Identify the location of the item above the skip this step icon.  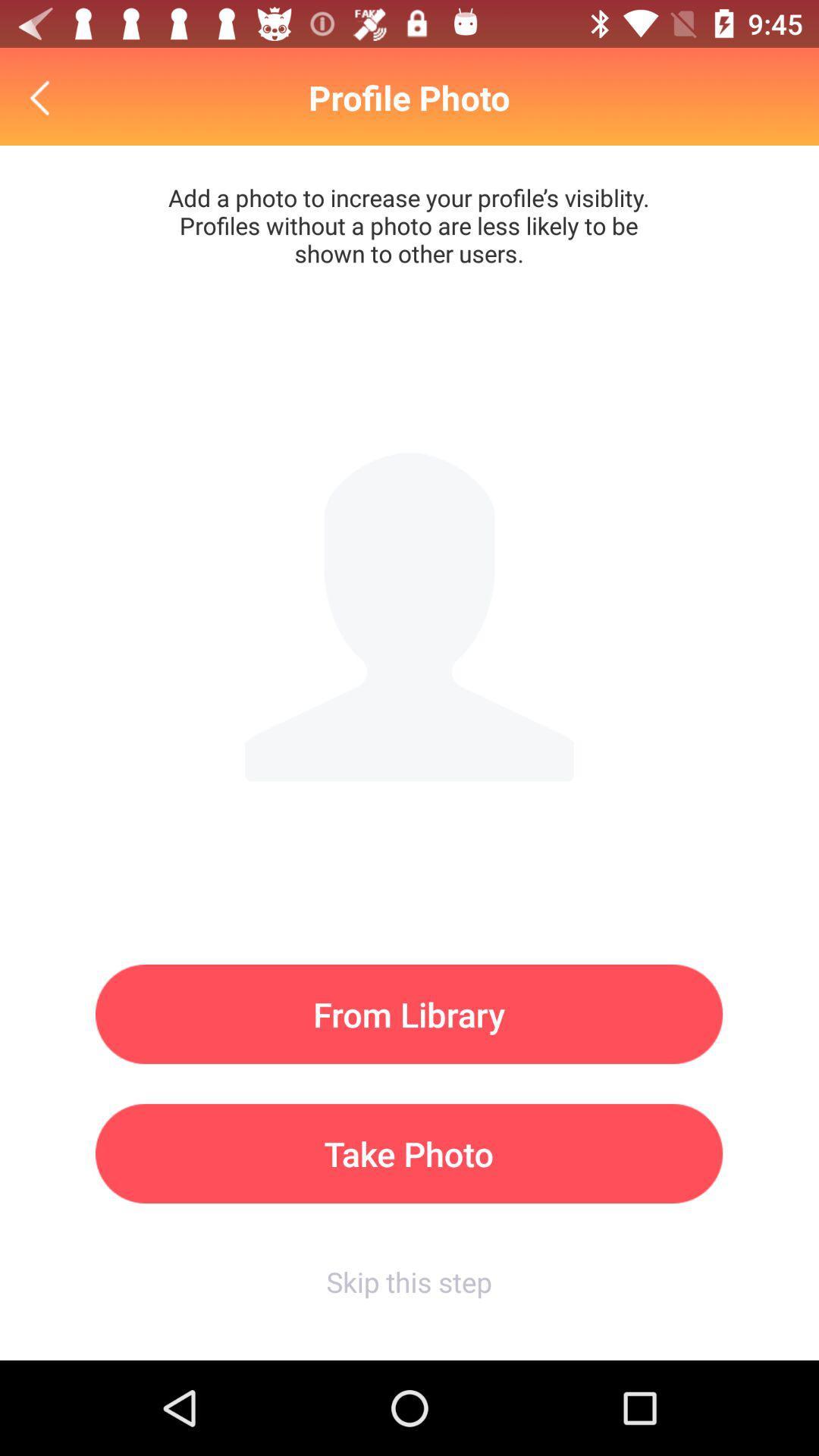
(408, 1153).